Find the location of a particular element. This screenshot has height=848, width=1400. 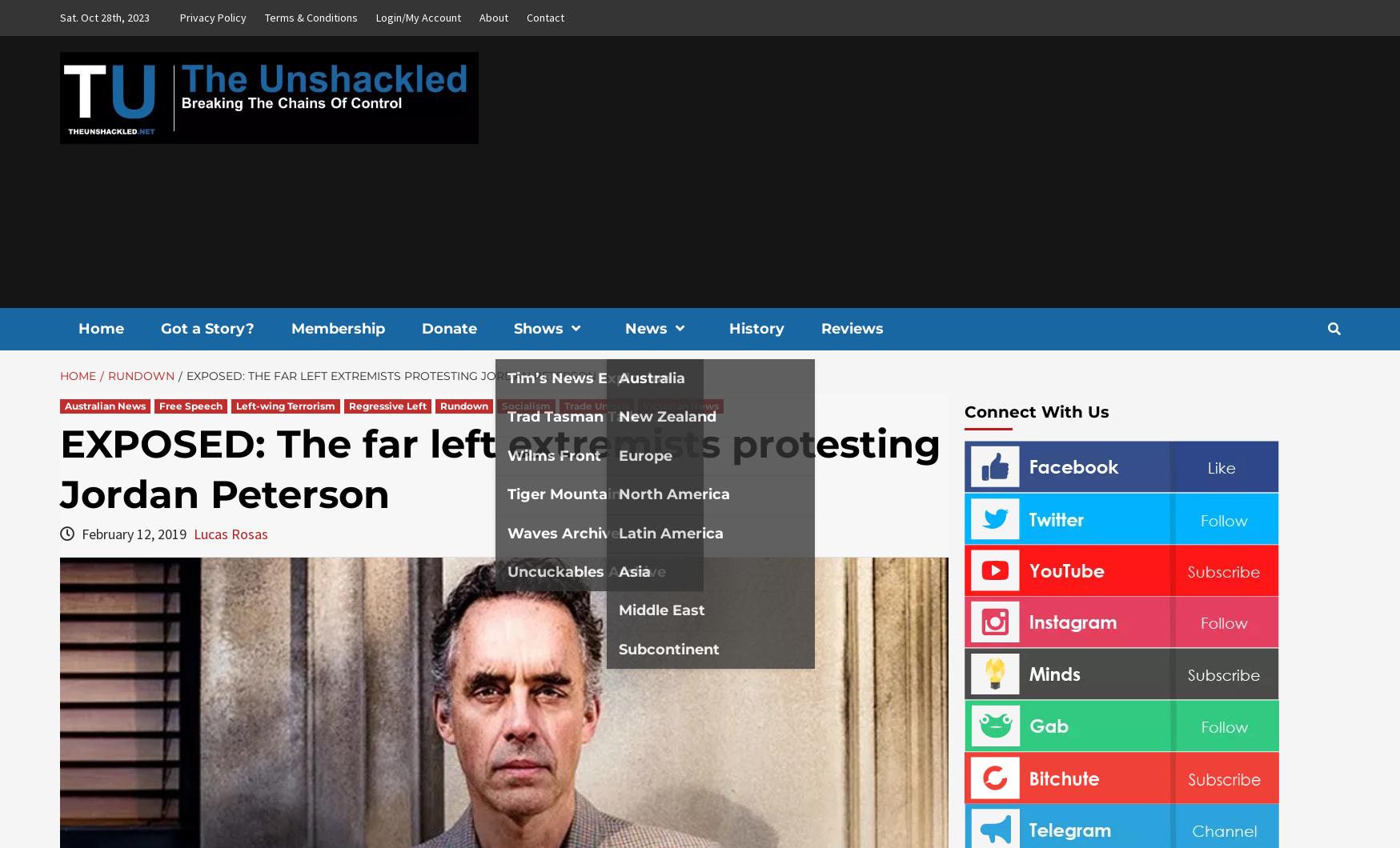

'Free Speech' is located at coordinates (157, 405).